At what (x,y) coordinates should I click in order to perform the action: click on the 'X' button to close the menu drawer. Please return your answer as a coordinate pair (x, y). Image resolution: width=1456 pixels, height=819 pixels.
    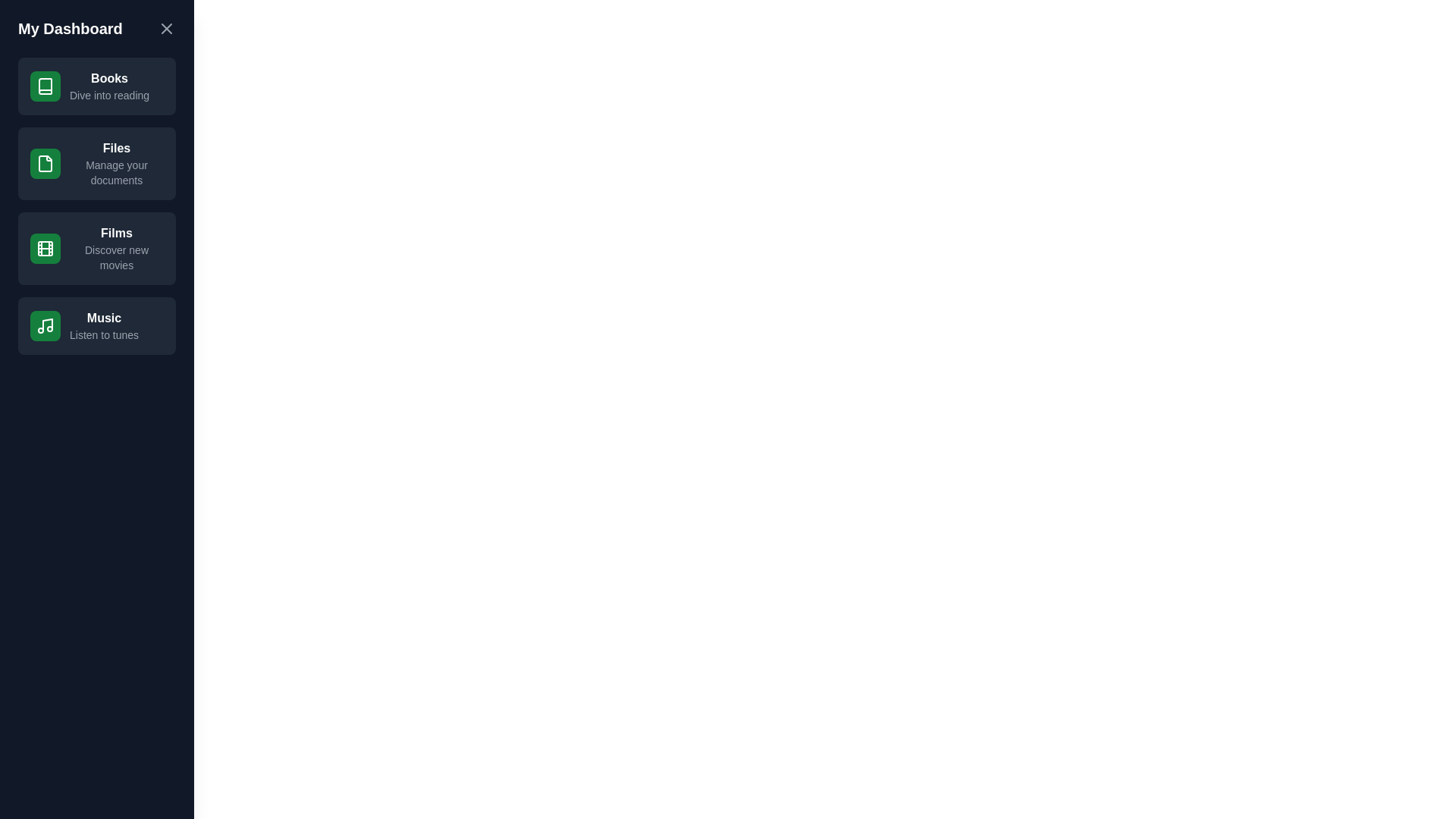
    Looking at the image, I should click on (167, 29).